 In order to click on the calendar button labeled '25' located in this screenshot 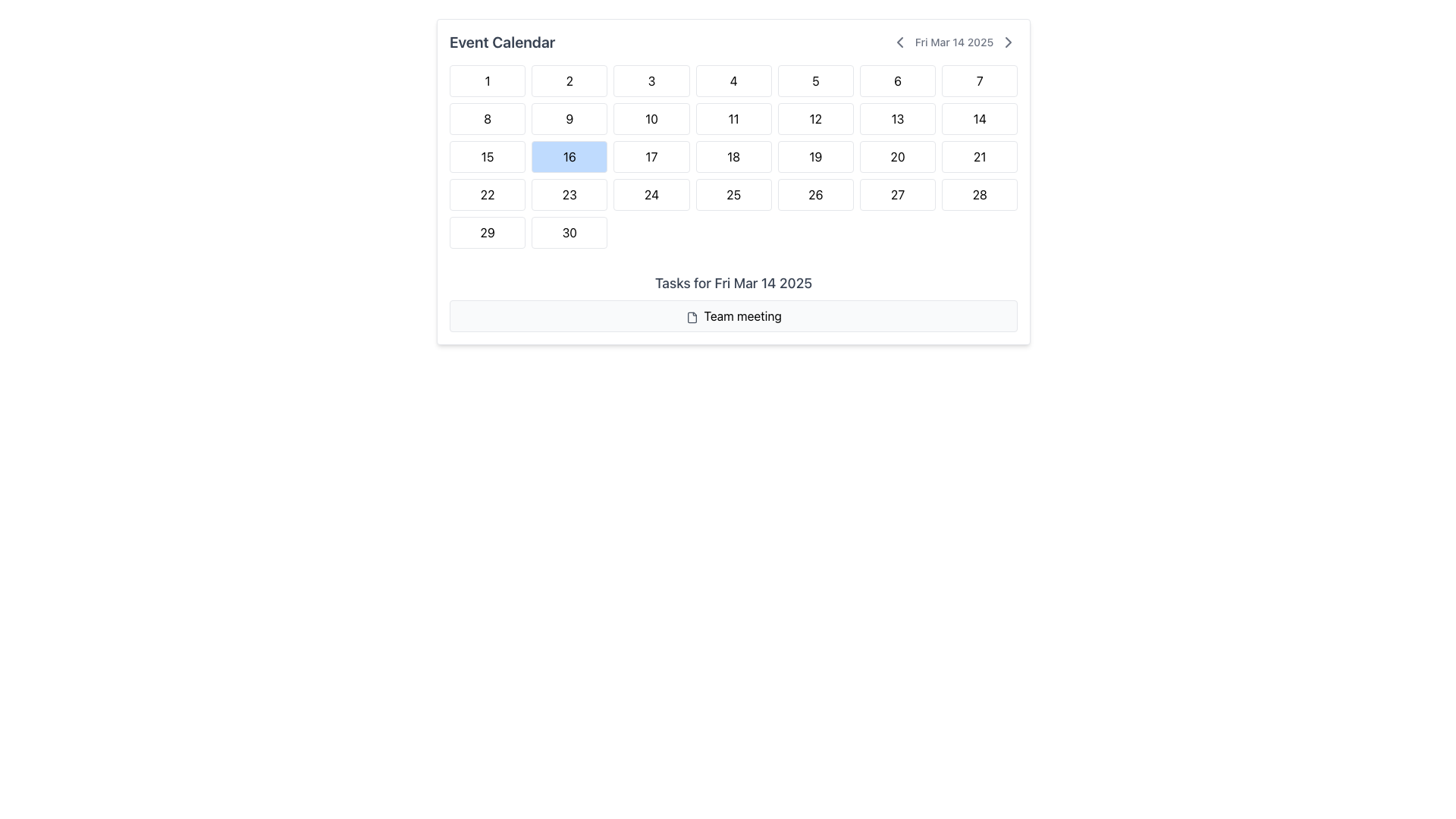, I will do `click(733, 194)`.